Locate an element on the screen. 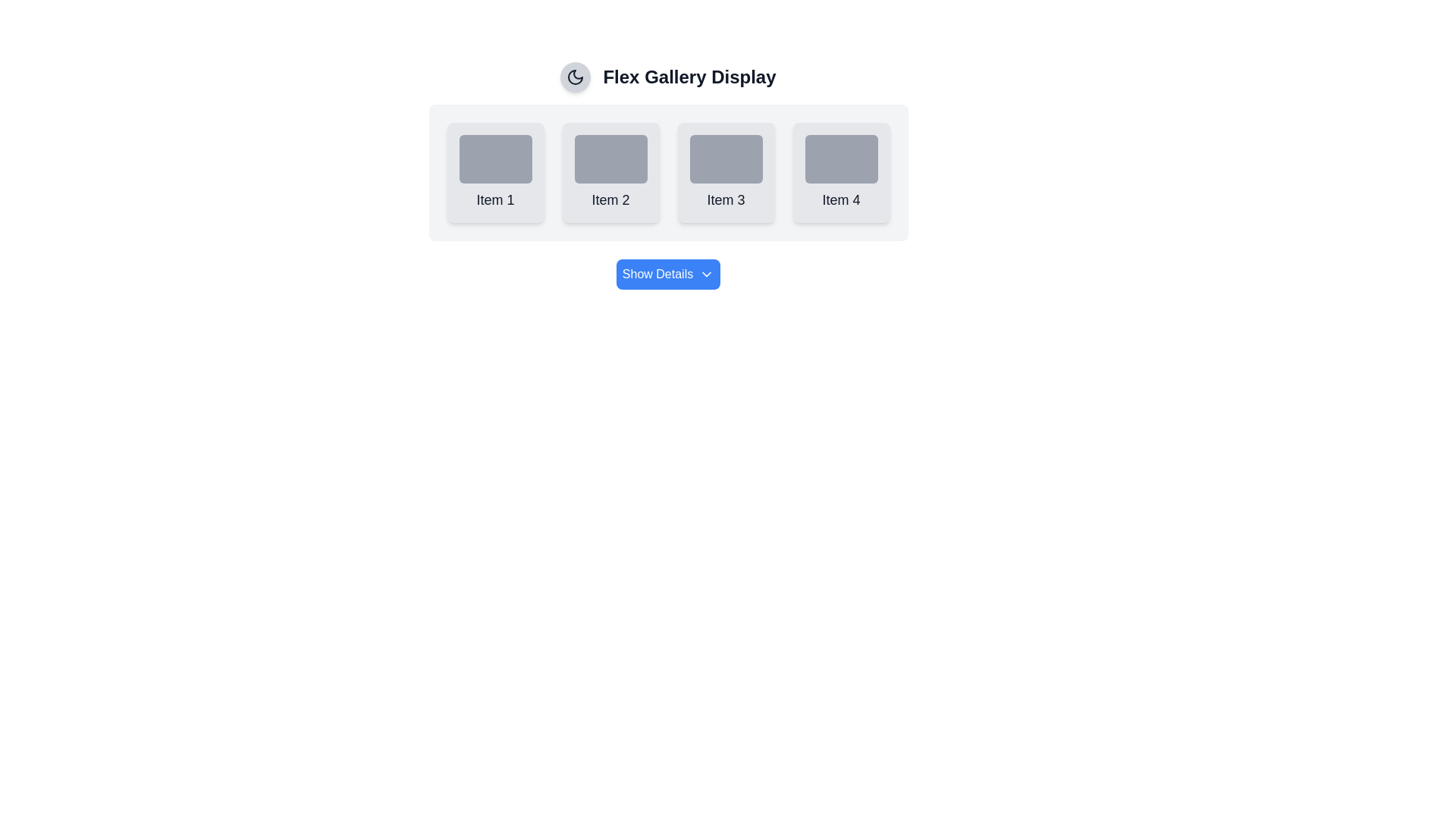 Image resolution: width=1456 pixels, height=819 pixels. the button located below the grid items labeled 'Item 1' through 'Item 4' is located at coordinates (667, 275).